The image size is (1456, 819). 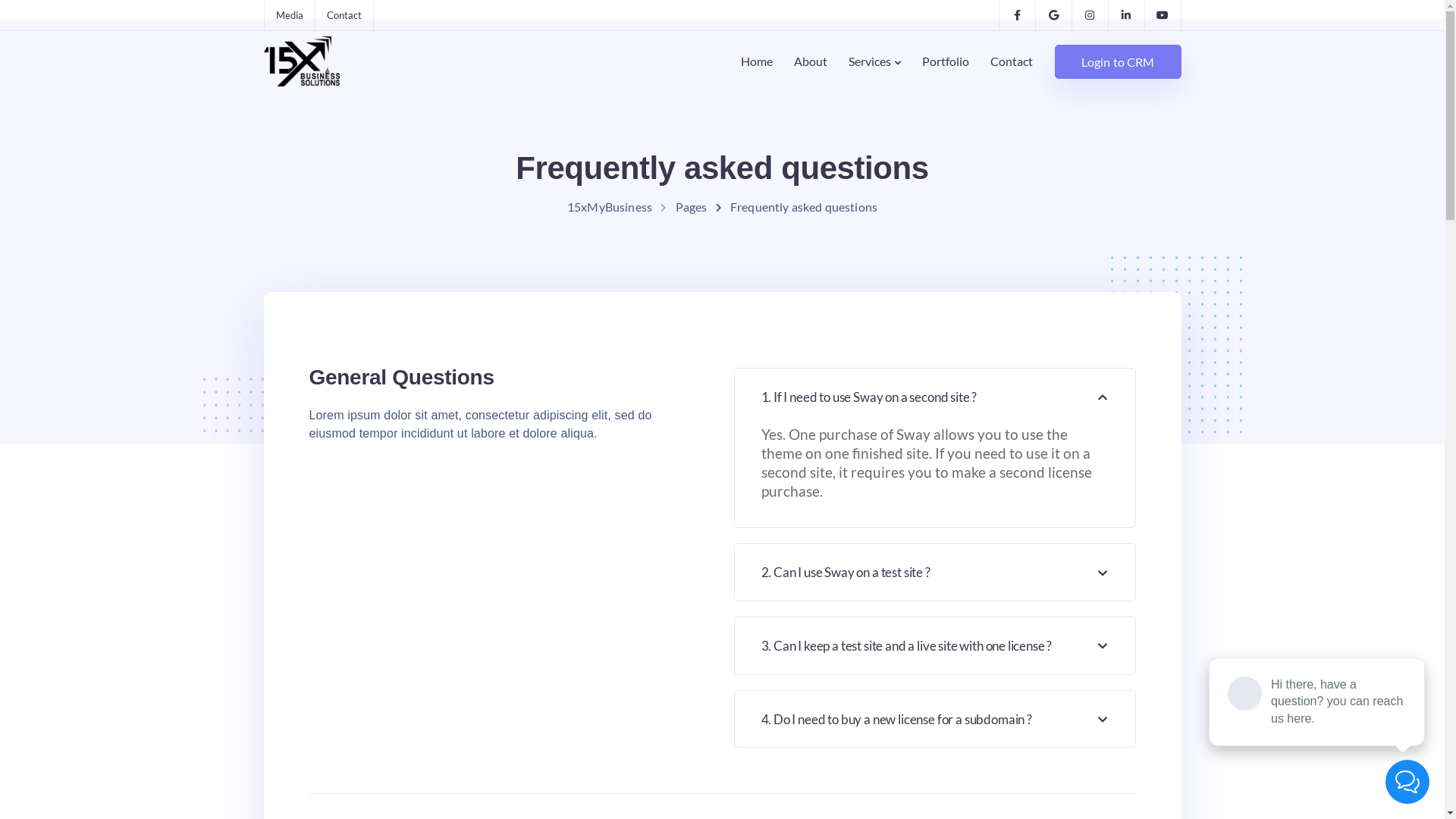 What do you see at coordinates (494, 562) in the screenshot?
I see `'CRM Services'` at bounding box center [494, 562].